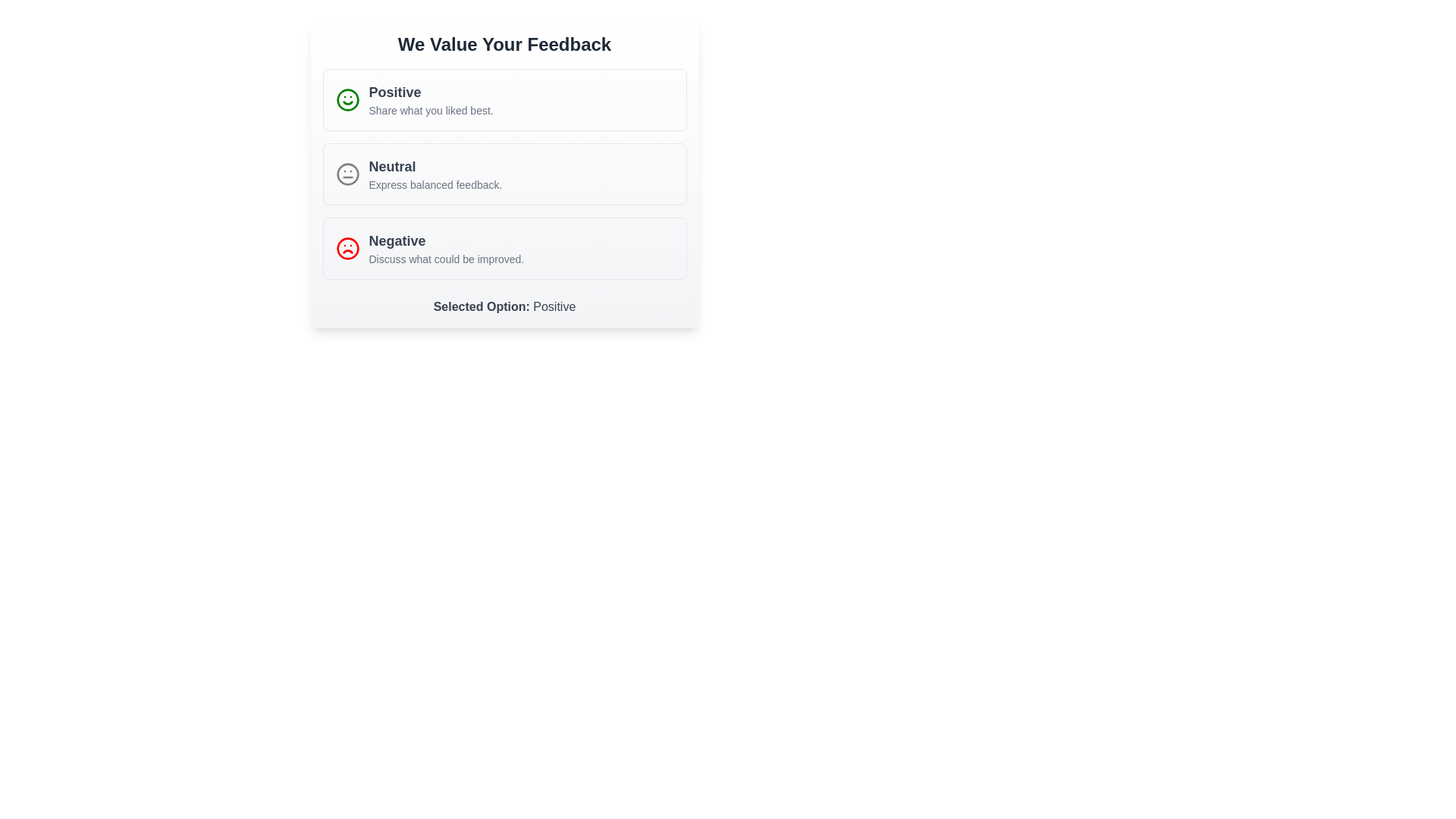  What do you see at coordinates (347, 247) in the screenshot?
I see `the circular graphical element representing the 'Negative' feedback option, which is centrally located within the frowning face icon in the feedback options panel` at bounding box center [347, 247].